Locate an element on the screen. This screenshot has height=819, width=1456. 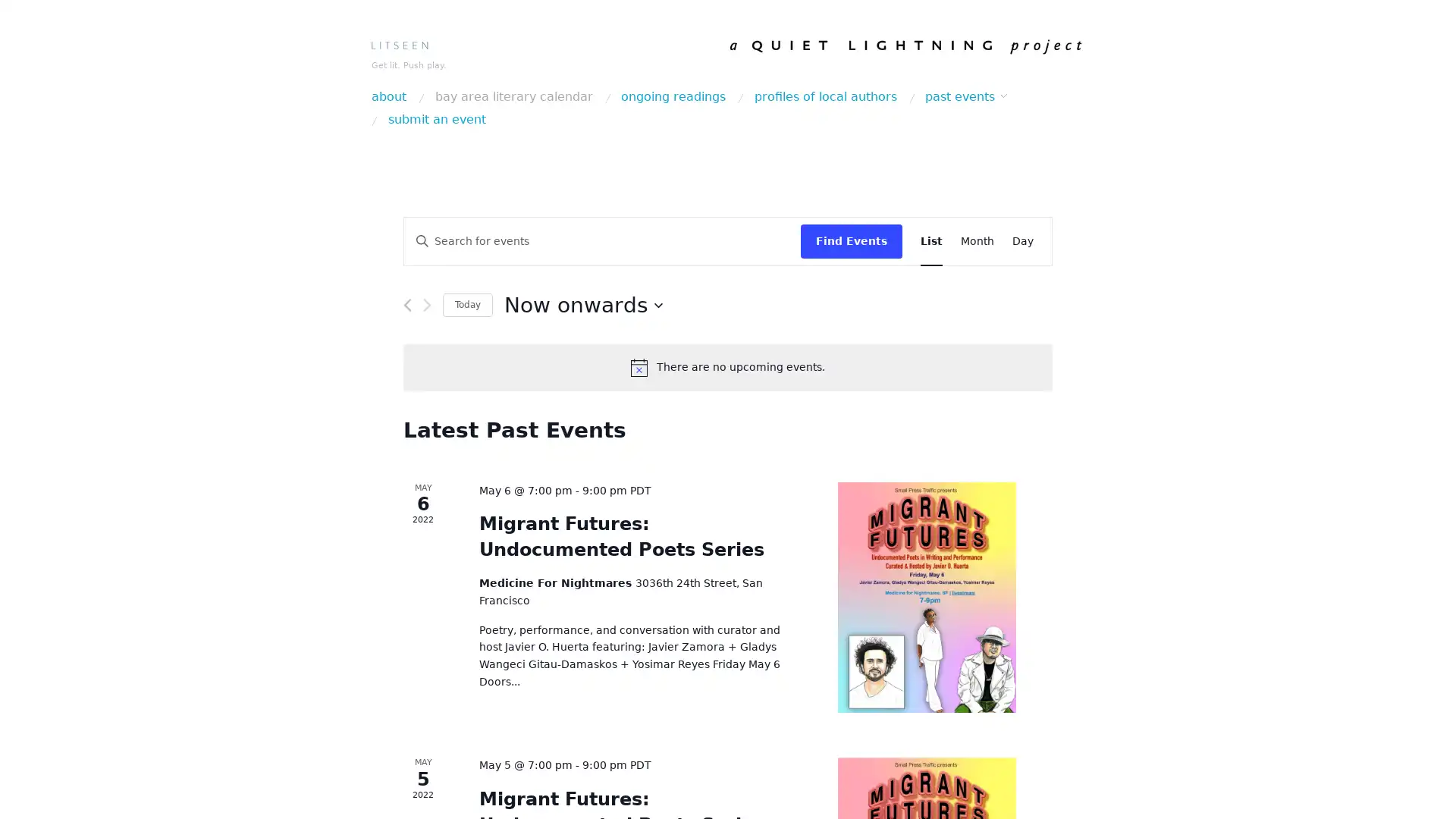
Click to toggle datepicker is located at coordinates (582, 304).